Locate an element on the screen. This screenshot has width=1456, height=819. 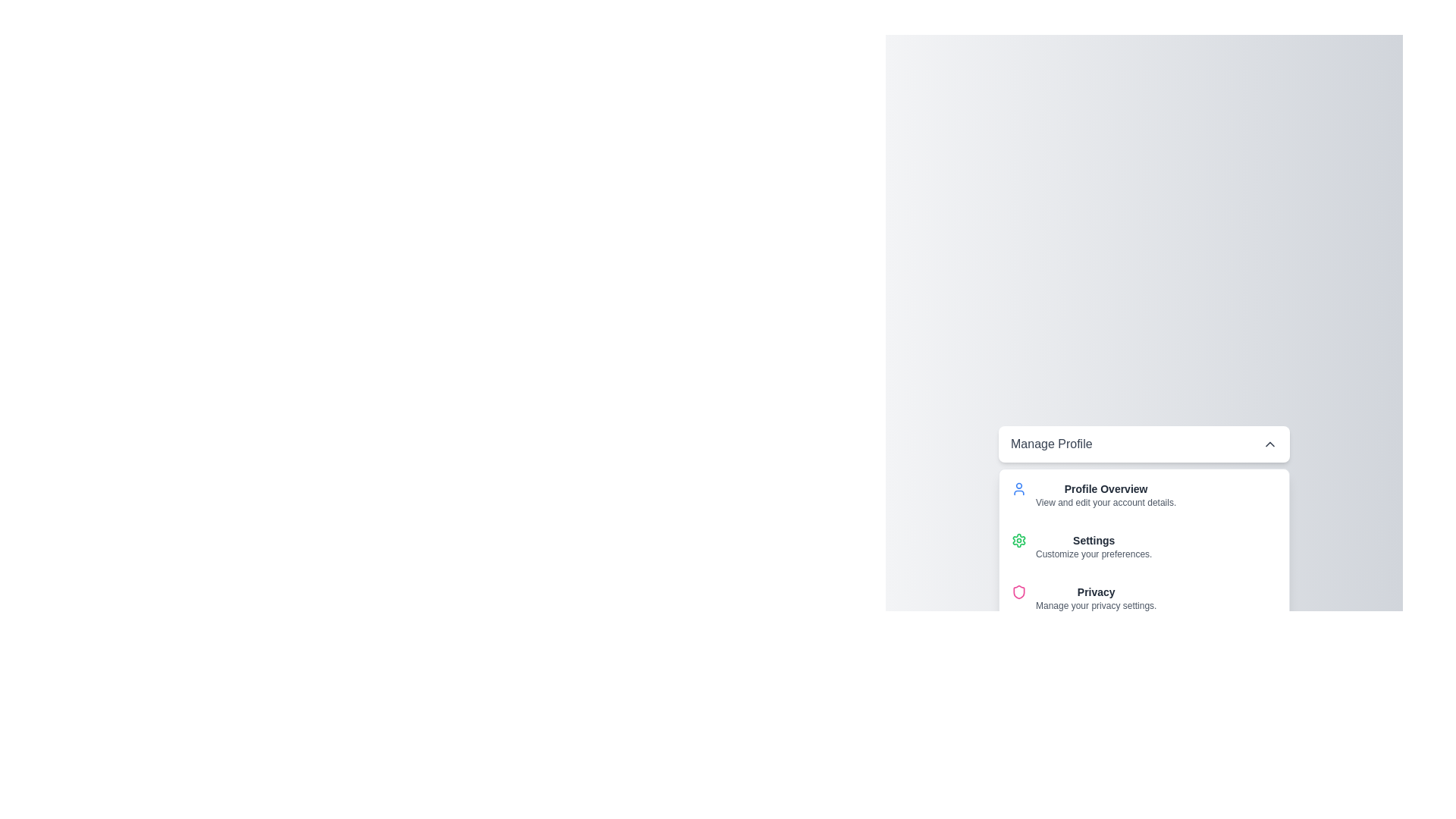
the shield icon representing the 'Privacy' feature located directly to the left of the 'Privacy' text in the 'Manage Profile' dropdown is located at coordinates (1019, 591).